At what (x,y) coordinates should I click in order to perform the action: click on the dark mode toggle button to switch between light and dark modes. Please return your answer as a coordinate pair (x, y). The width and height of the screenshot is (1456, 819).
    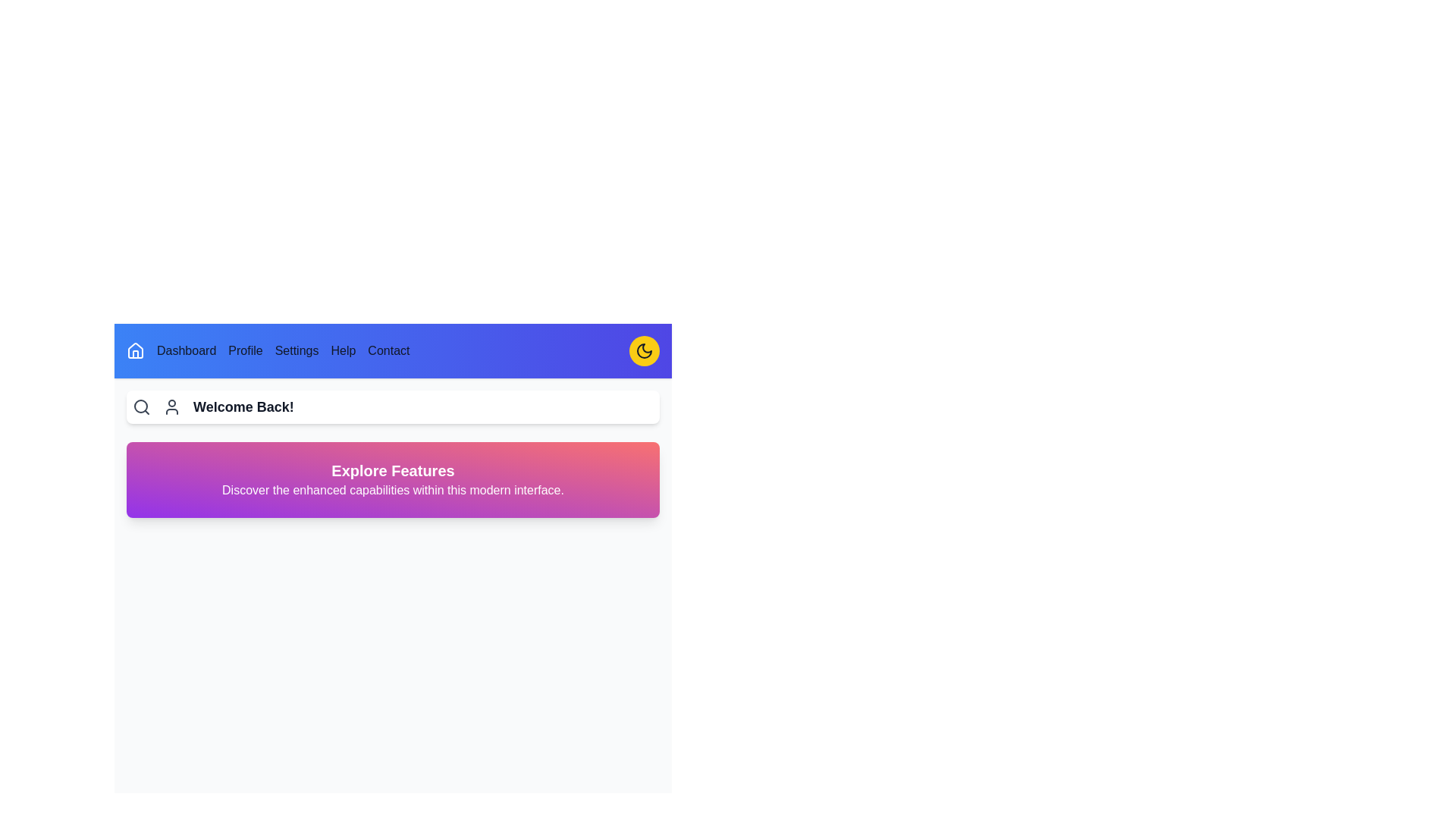
    Looking at the image, I should click on (644, 350).